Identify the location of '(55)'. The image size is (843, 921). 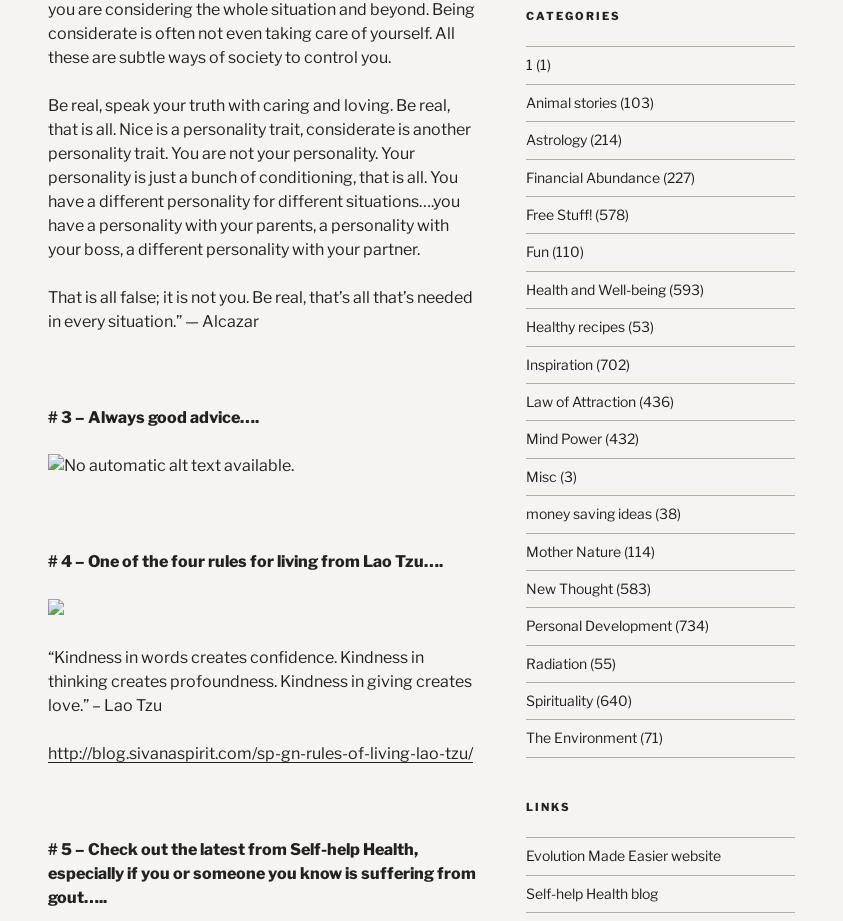
(585, 662).